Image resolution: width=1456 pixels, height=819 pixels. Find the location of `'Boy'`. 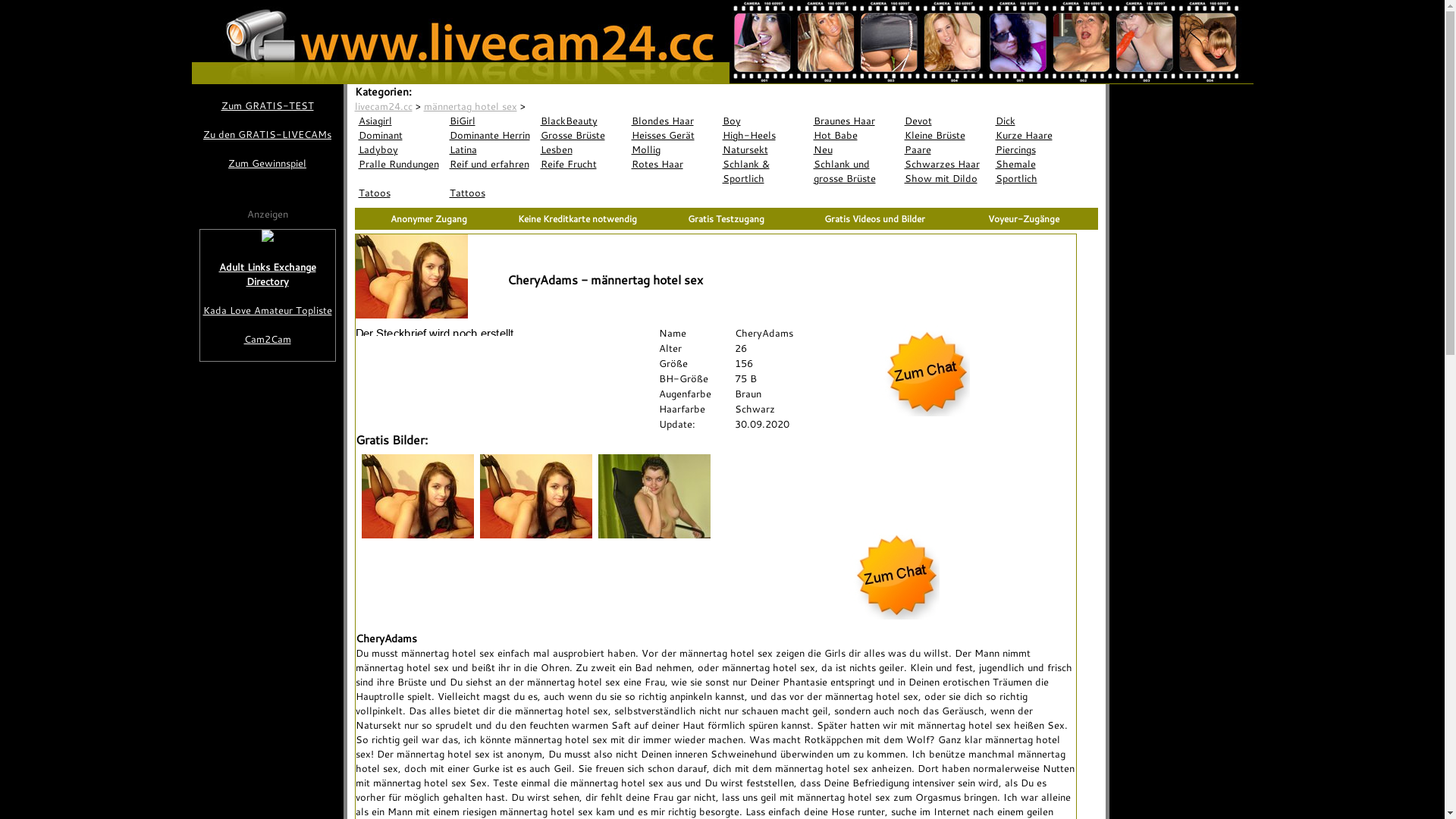

'Boy' is located at coordinates (764, 120).